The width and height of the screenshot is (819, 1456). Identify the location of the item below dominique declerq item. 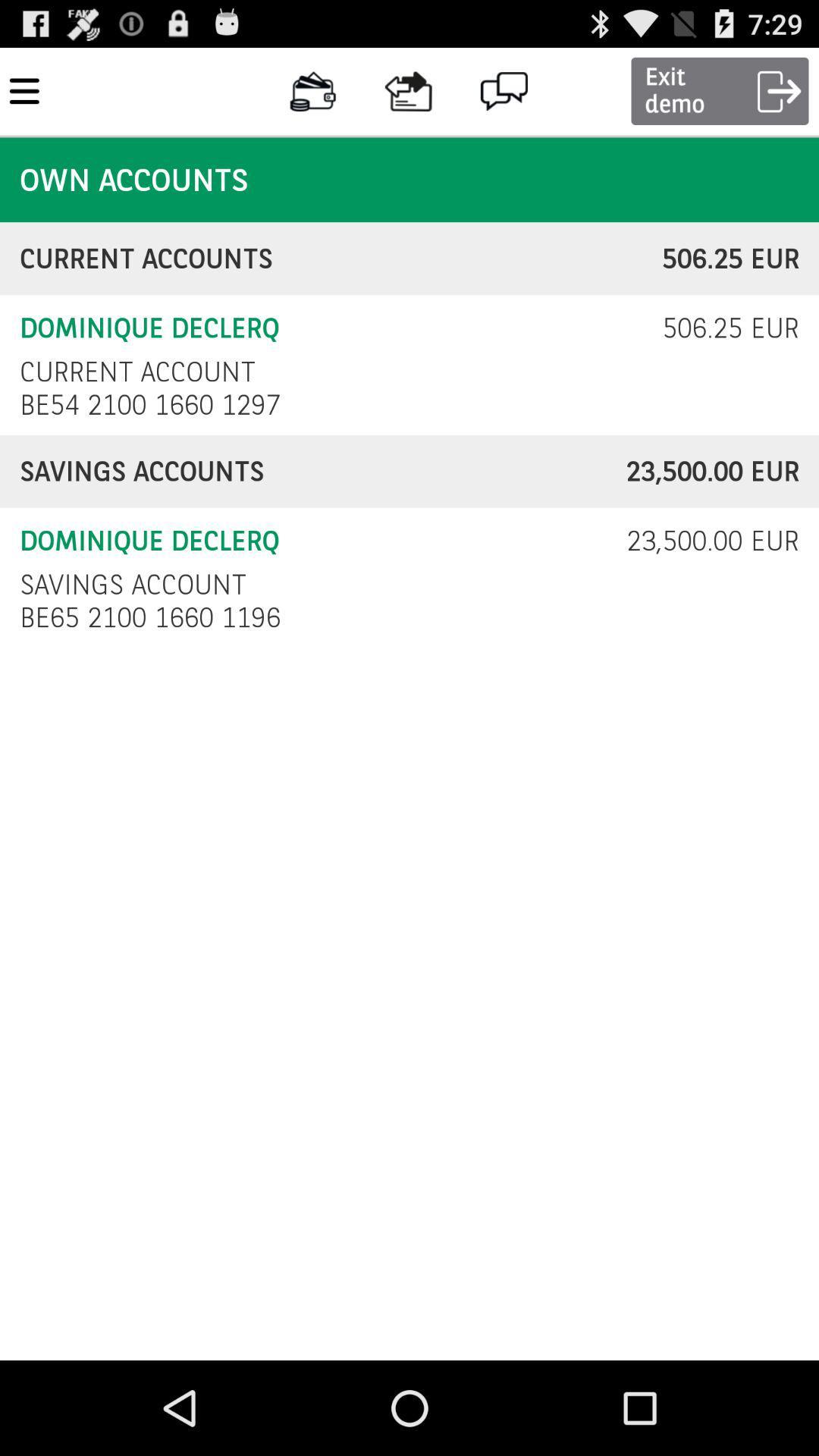
(137, 372).